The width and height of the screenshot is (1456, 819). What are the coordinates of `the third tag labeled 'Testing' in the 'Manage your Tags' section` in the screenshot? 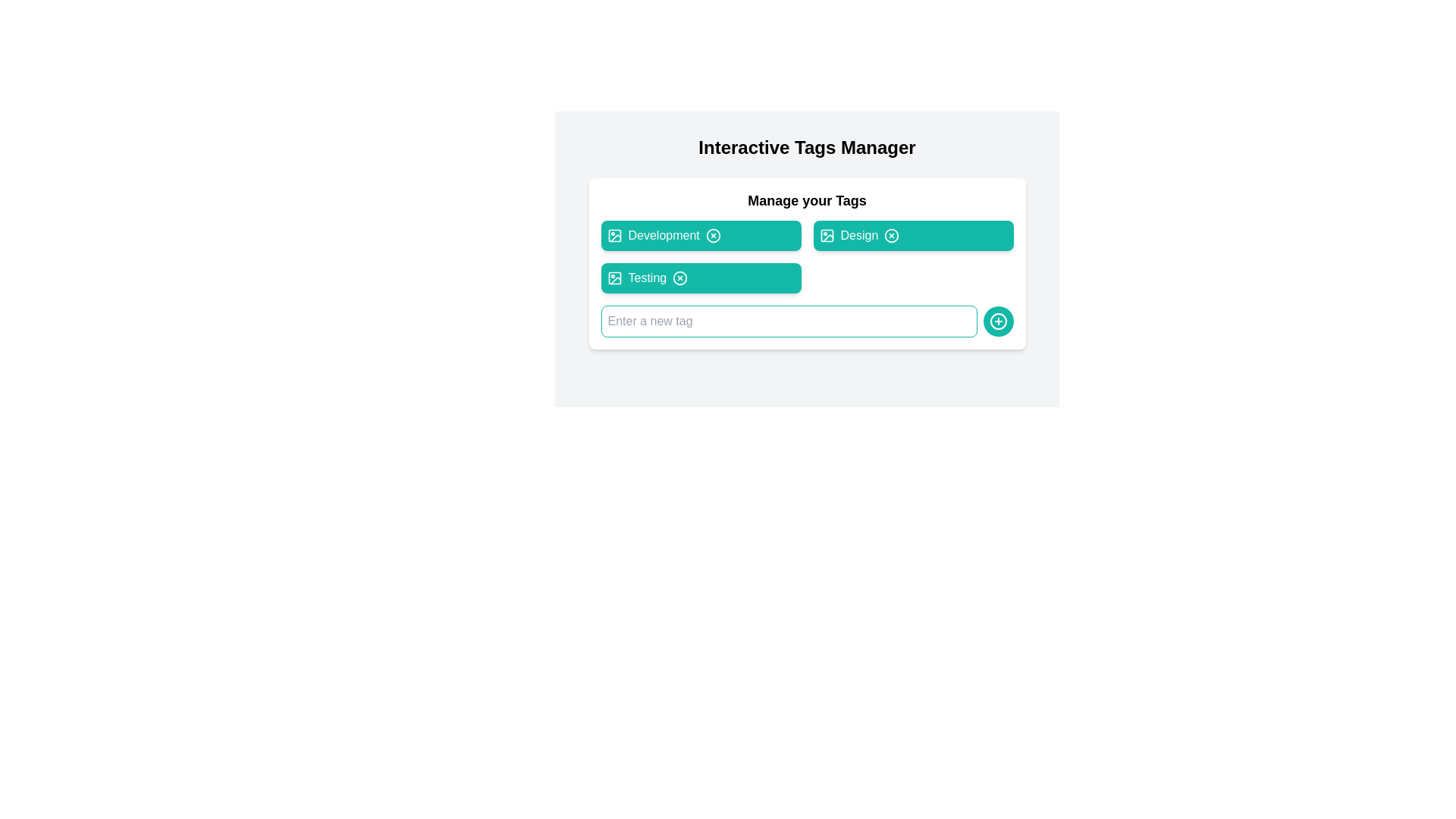 It's located at (647, 278).